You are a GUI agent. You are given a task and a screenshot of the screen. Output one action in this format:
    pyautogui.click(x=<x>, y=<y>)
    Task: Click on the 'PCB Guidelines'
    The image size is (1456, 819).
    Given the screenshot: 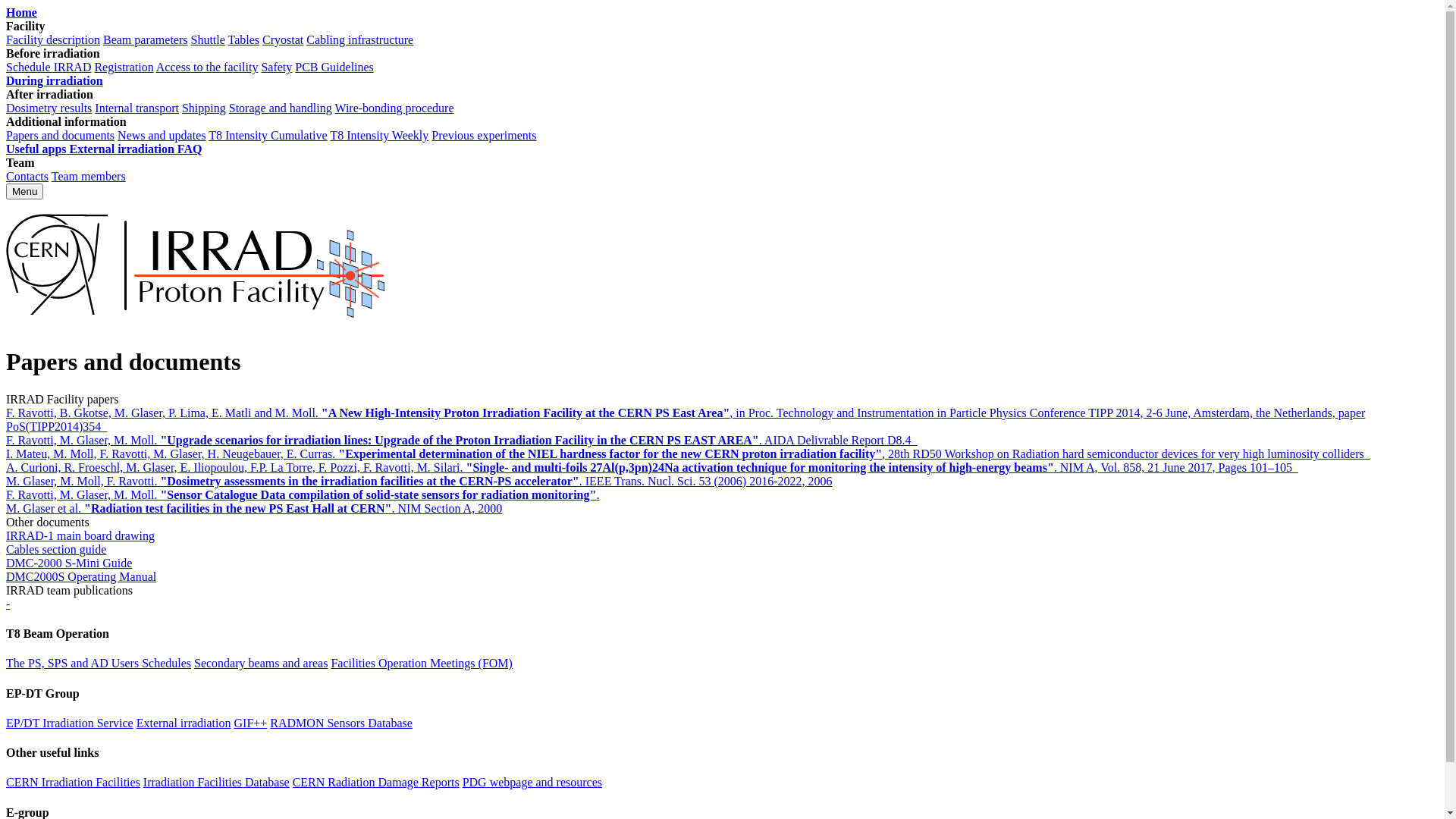 What is the action you would take?
    pyautogui.click(x=294, y=66)
    